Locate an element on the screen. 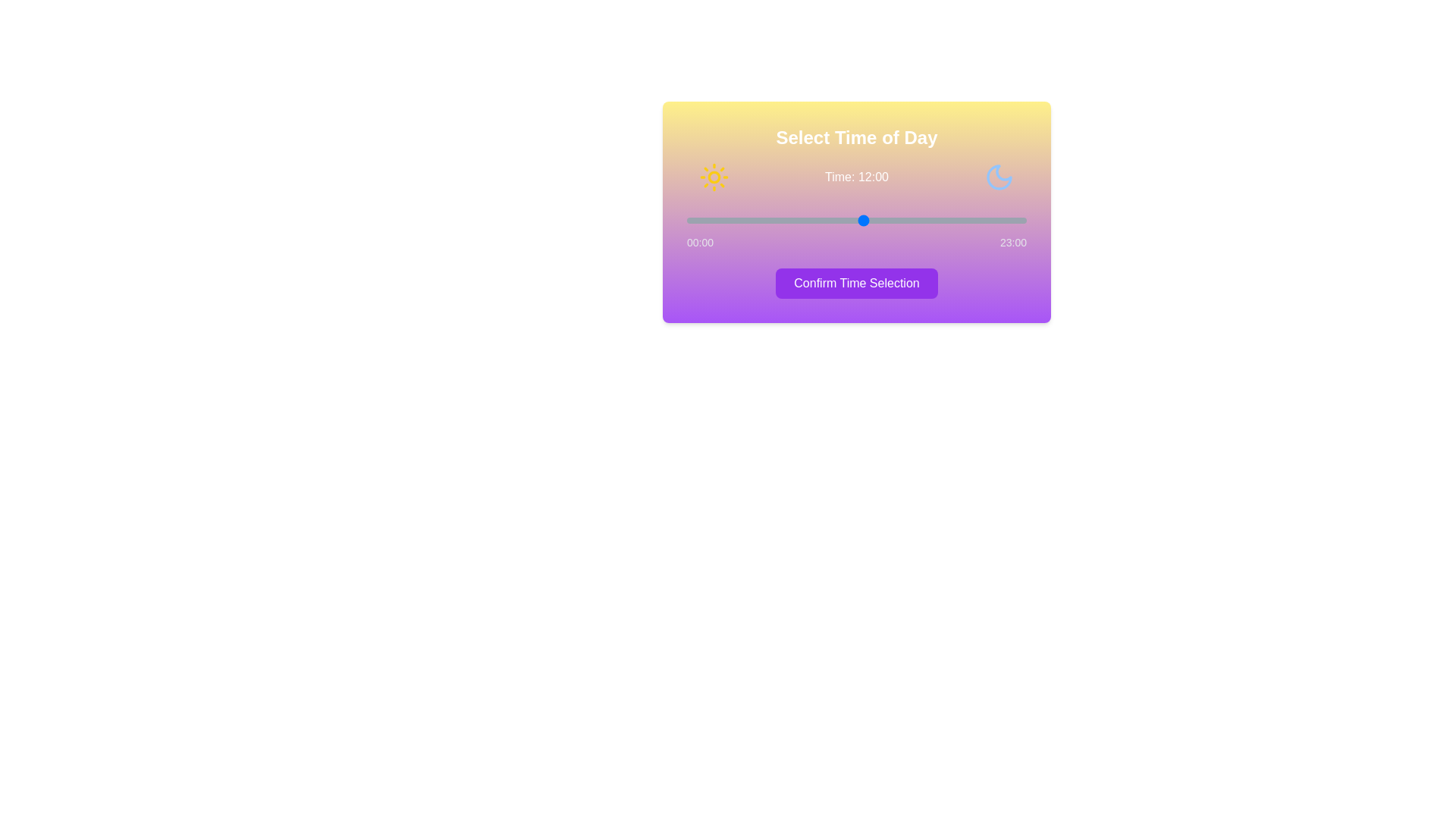 This screenshot has width=1456, height=819. the time slider to set the time to 5 is located at coordinates (761, 220).